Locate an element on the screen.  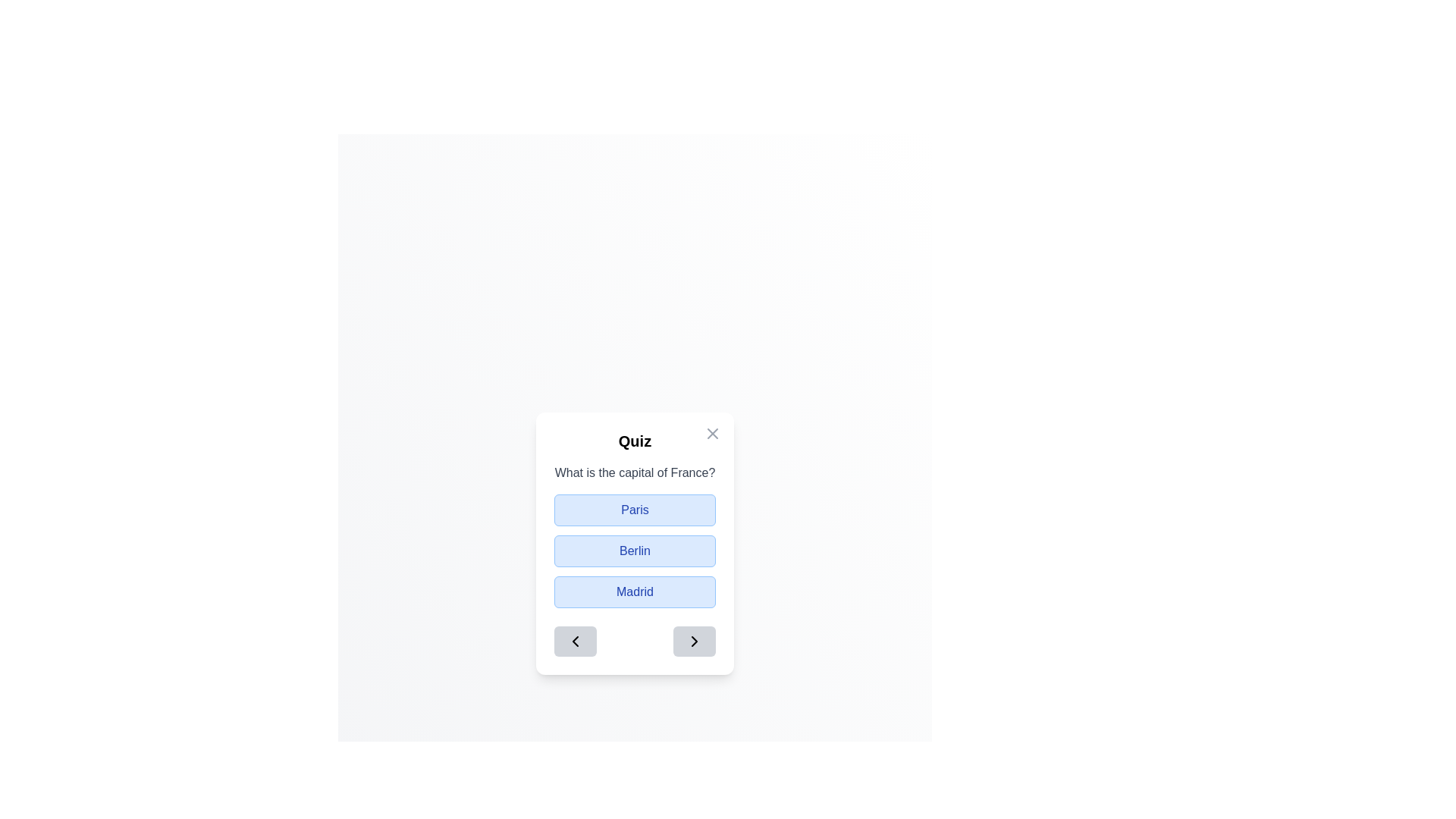
the prominent 'X' icon styled with a rounded finish located near the top-right corner of the modal window is located at coordinates (712, 433).